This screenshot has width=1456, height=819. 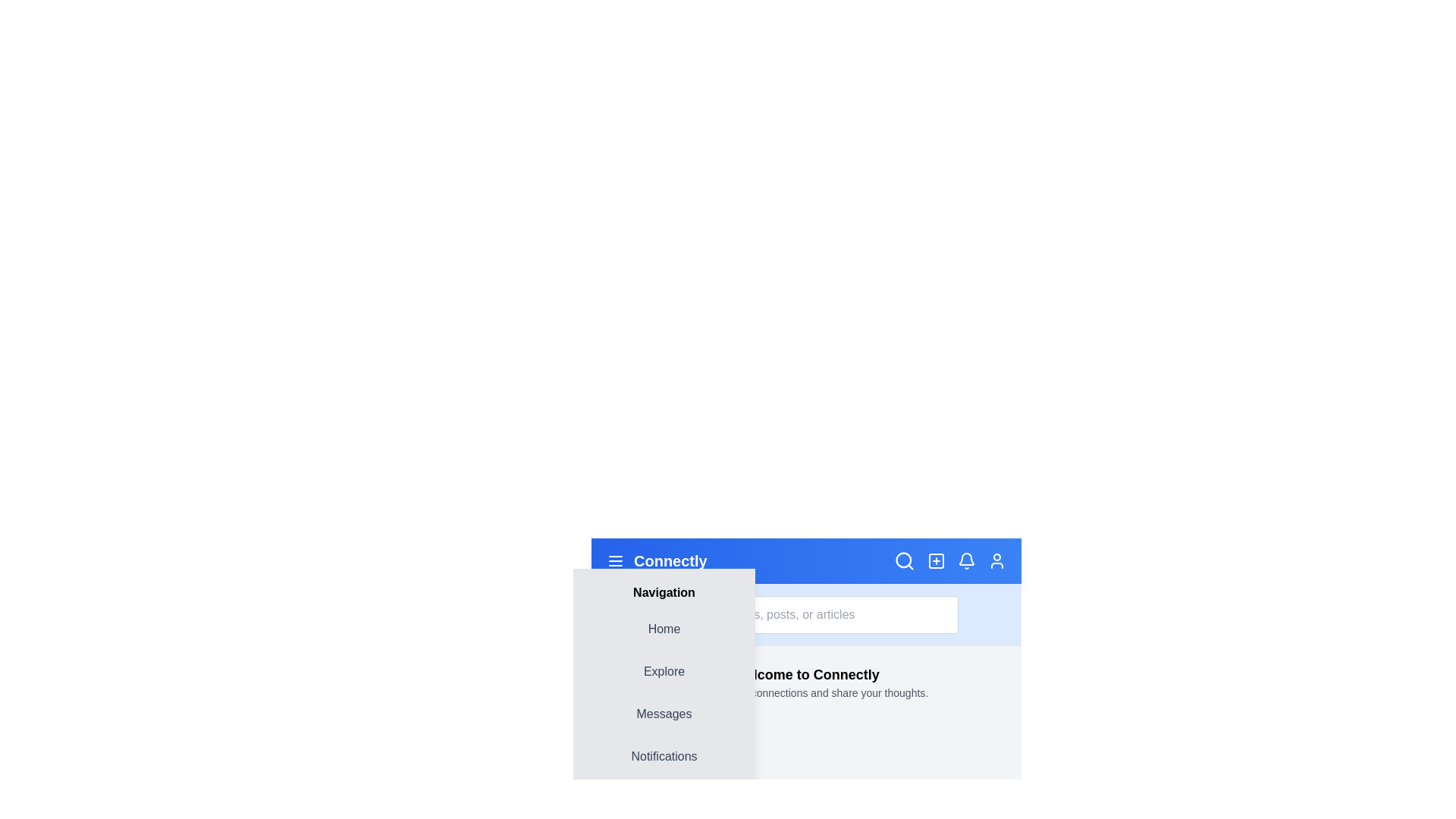 What do you see at coordinates (805, 693) in the screenshot?
I see `the text element 'Discover new connections and share your thoughts.' for interaction` at bounding box center [805, 693].